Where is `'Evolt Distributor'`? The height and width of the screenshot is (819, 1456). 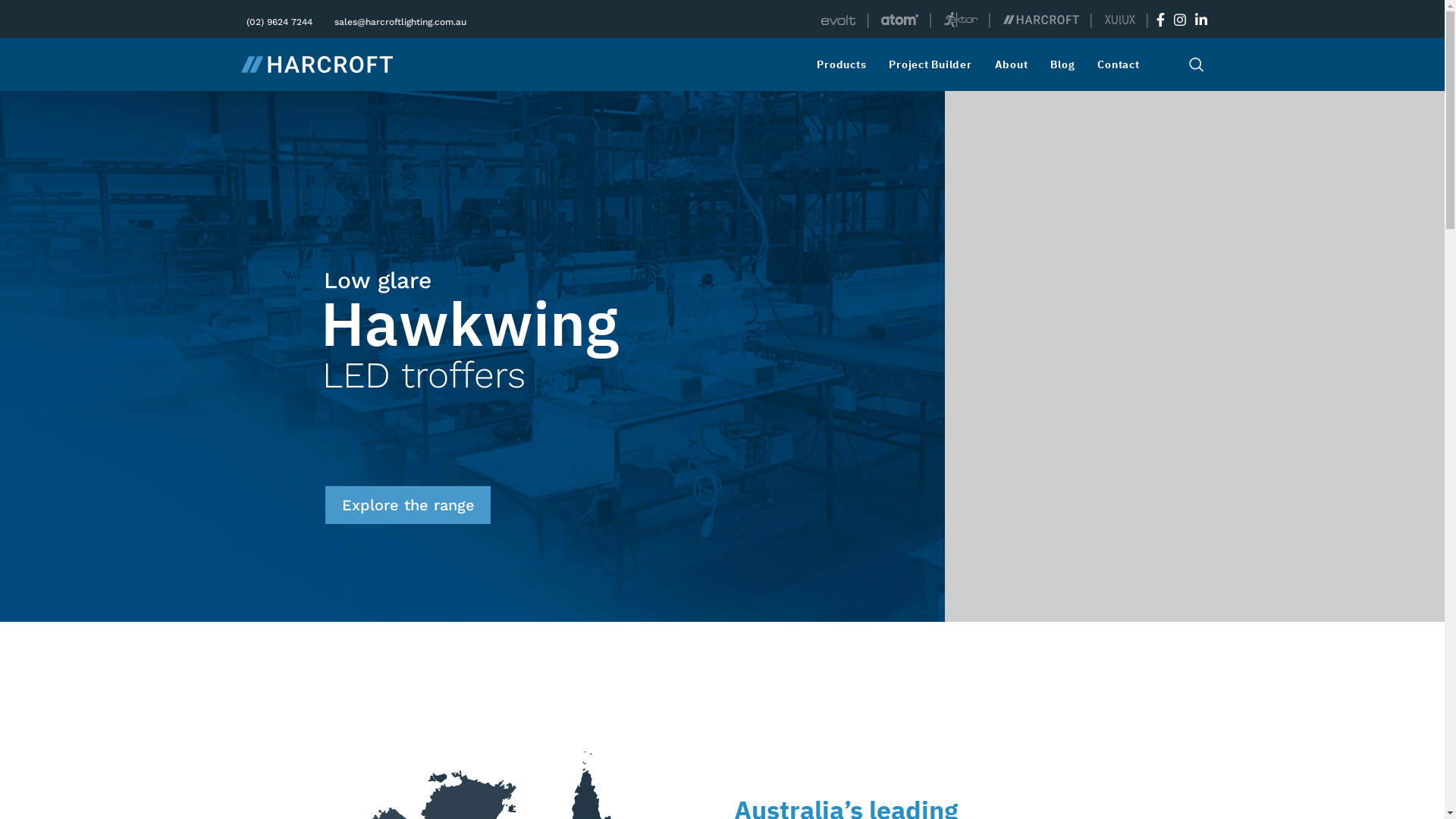
'Evolt Distributor' is located at coordinates (837, 20).